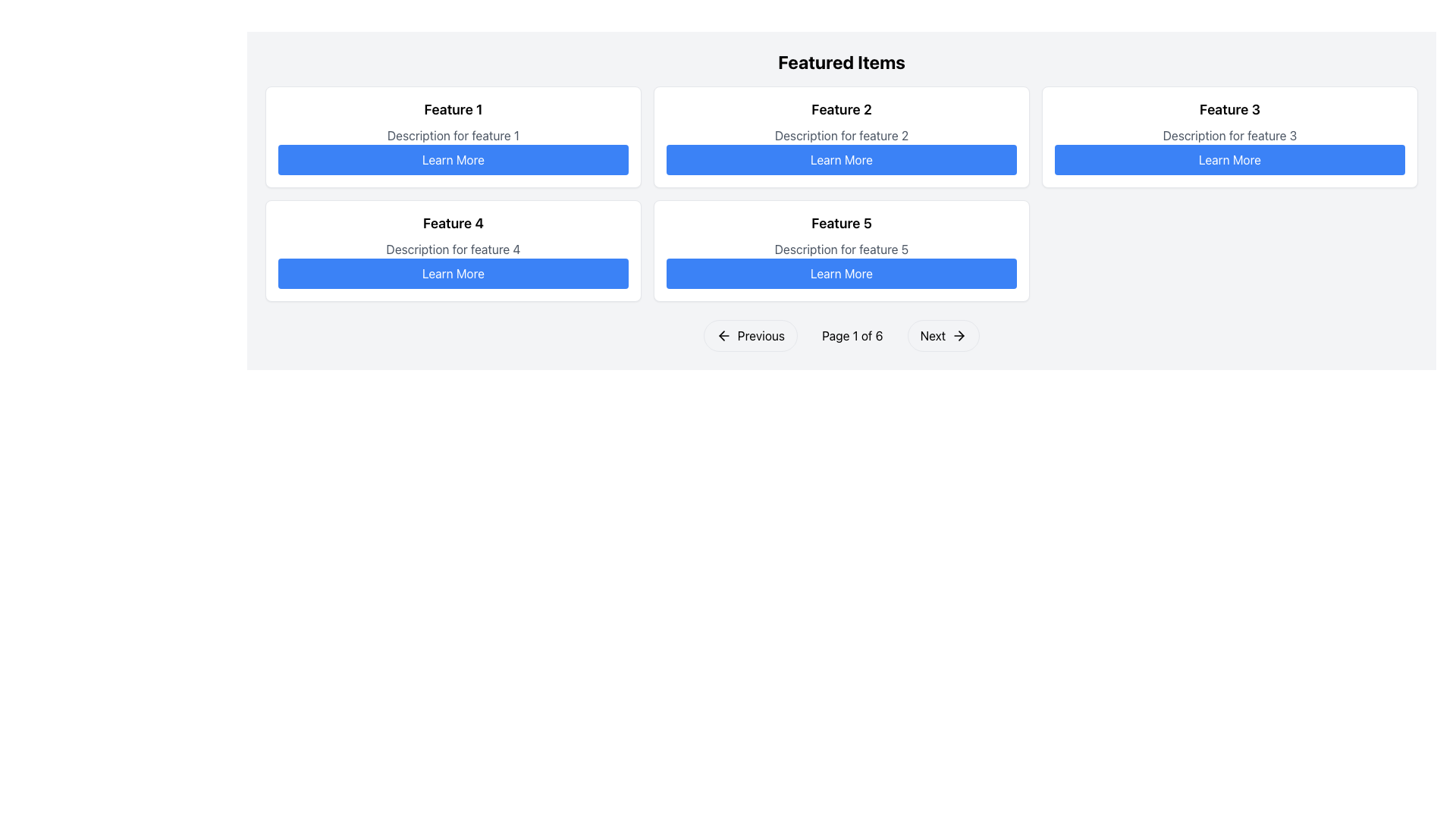  Describe the element at coordinates (840, 274) in the screenshot. I see `the 'Learn More' button located at the bottom of the 'Feature 5' card to load more details` at that location.